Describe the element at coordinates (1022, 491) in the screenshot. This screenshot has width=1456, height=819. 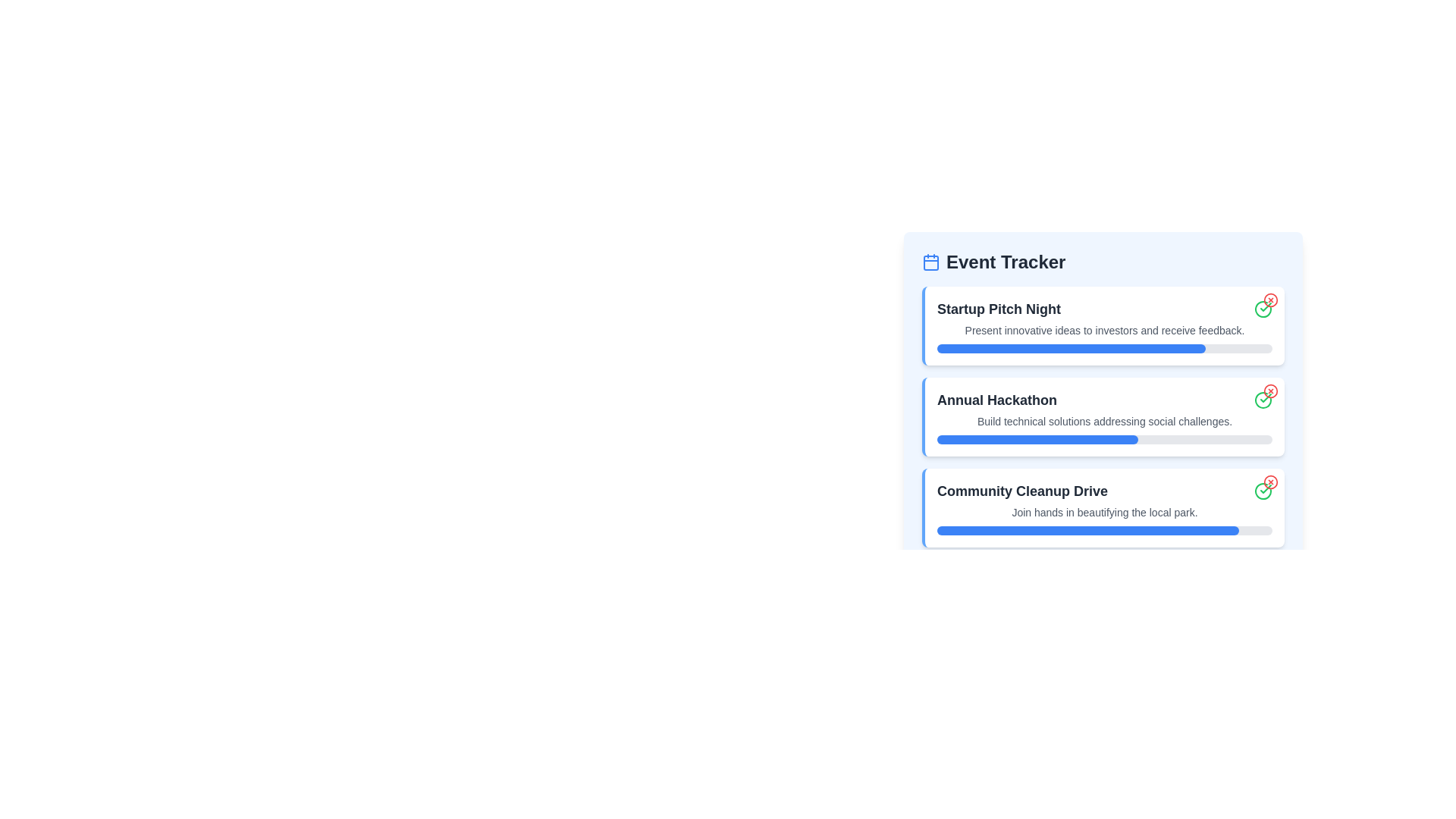
I see `the Text label that serves as a headline for the event, positioned within the 'Event Tracker' section, specifically between 'Annual Hackathon' and another element` at that location.